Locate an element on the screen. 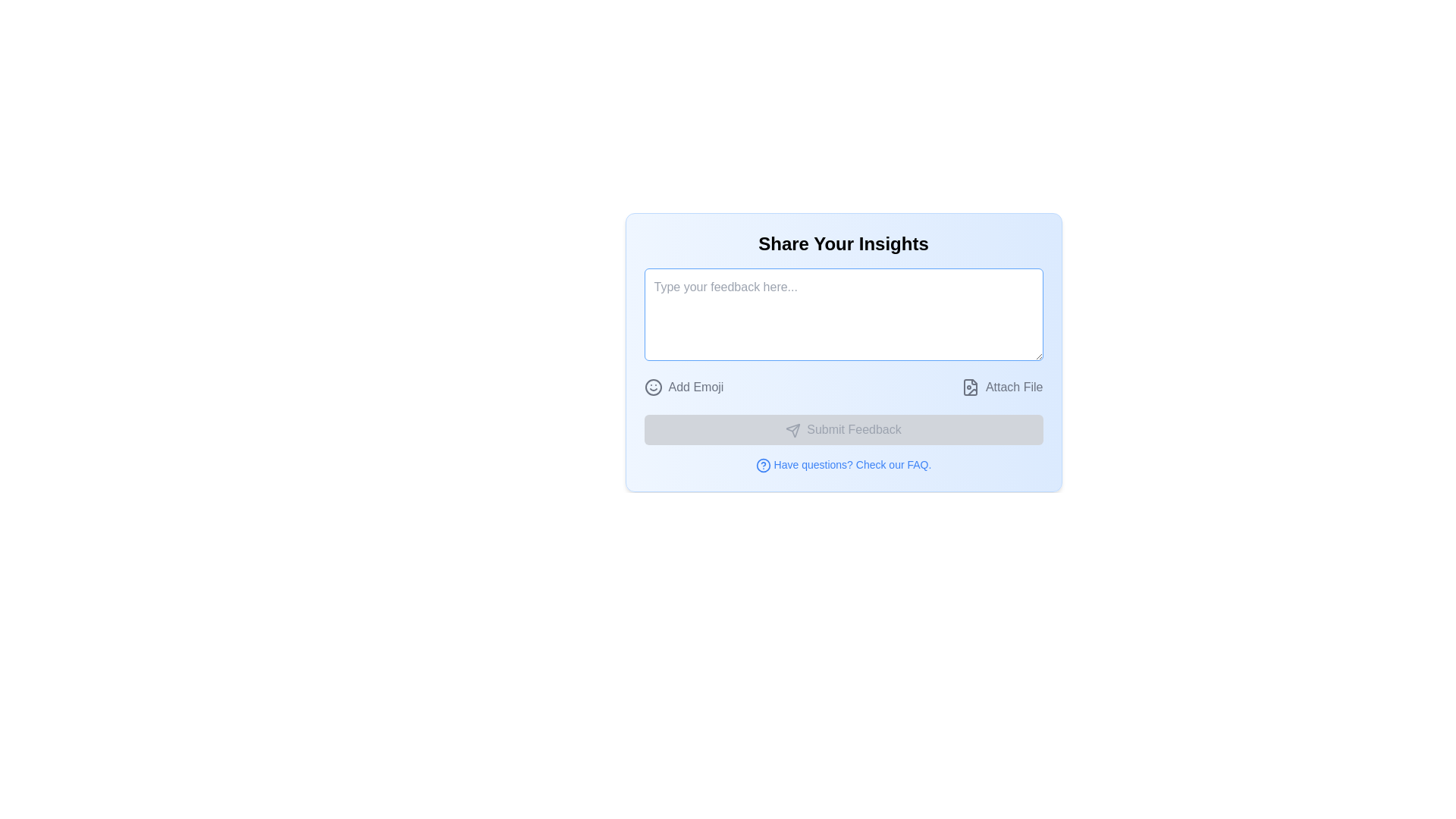  the 'Add Emoji' text label or its accompanying smiley face icon located at the bottom left section of the 'Share Your Insights' panel to initiate adding emojis is located at coordinates (683, 386).